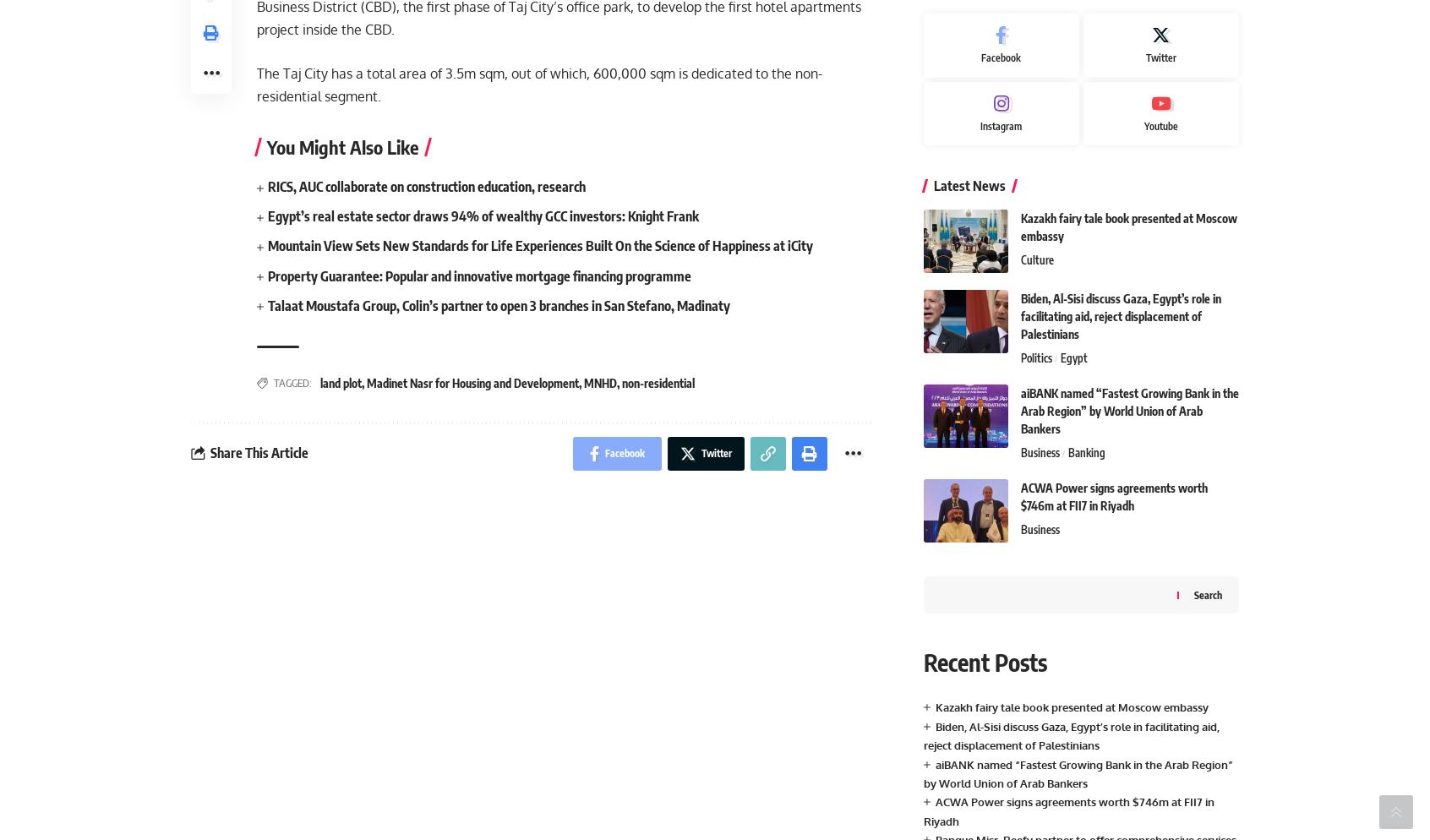 Image resolution: width=1430 pixels, height=840 pixels. What do you see at coordinates (498, 305) in the screenshot?
I see `'Talaat Moustafa Group, Colin’s partner to open 3 branches in San Stefano, Madinaty'` at bounding box center [498, 305].